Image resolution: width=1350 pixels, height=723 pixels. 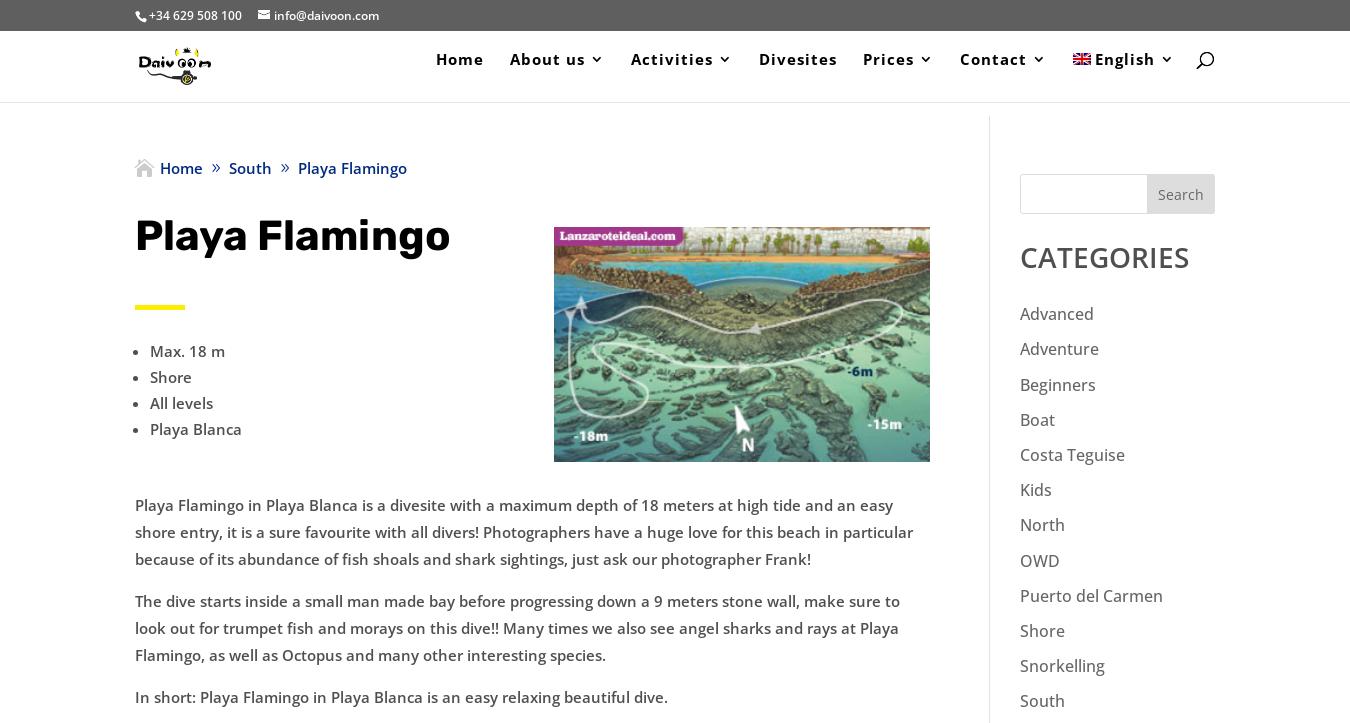 I want to click on 'About us', so click(x=545, y=73).